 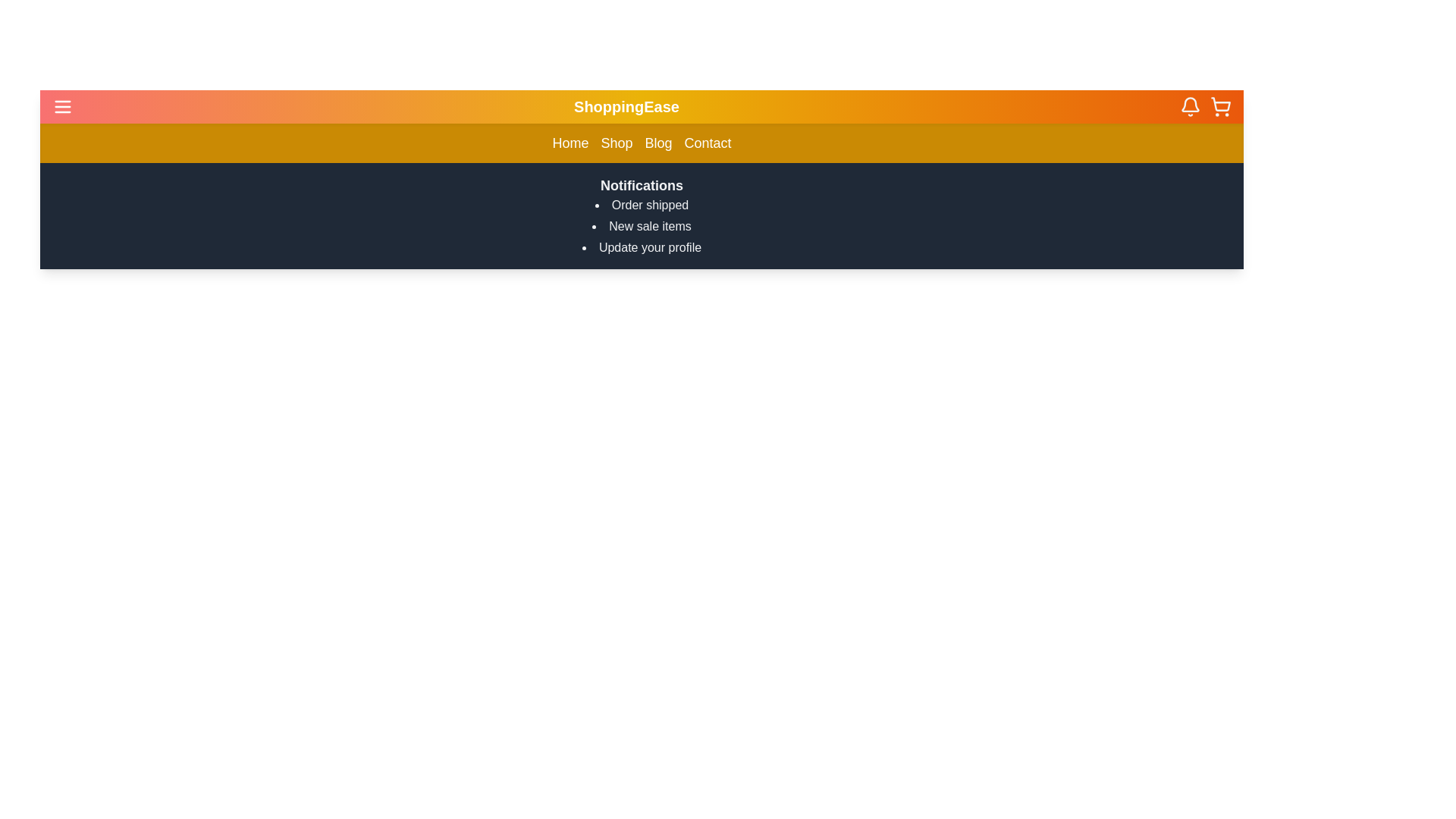 What do you see at coordinates (642, 106) in the screenshot?
I see `the branding header text label displaying 'ShoppingEase', which is centrally located at the top section of the interface` at bounding box center [642, 106].